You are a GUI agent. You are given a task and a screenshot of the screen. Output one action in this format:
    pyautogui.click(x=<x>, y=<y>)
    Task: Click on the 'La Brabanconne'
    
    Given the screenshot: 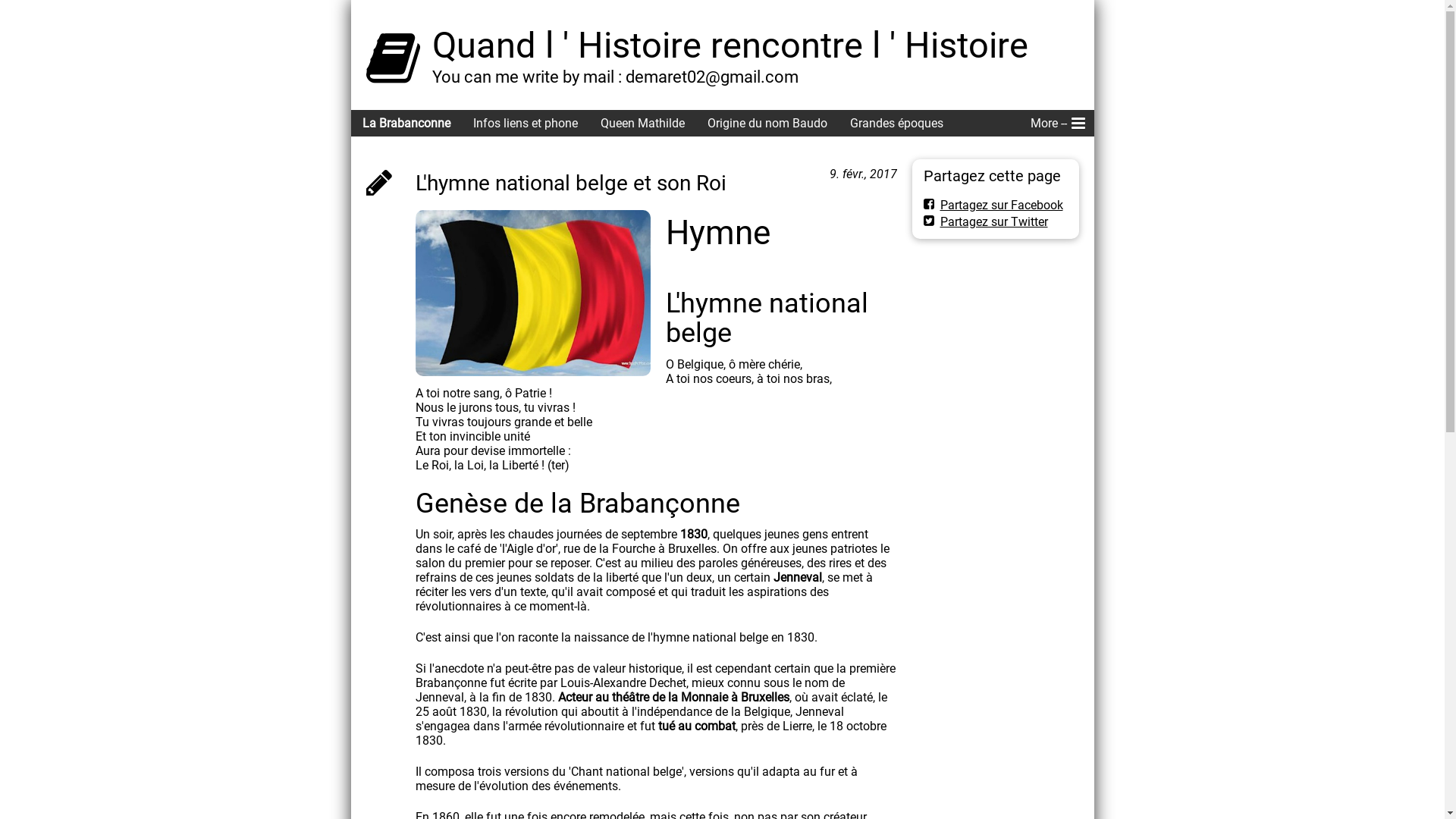 What is the action you would take?
    pyautogui.click(x=405, y=122)
    